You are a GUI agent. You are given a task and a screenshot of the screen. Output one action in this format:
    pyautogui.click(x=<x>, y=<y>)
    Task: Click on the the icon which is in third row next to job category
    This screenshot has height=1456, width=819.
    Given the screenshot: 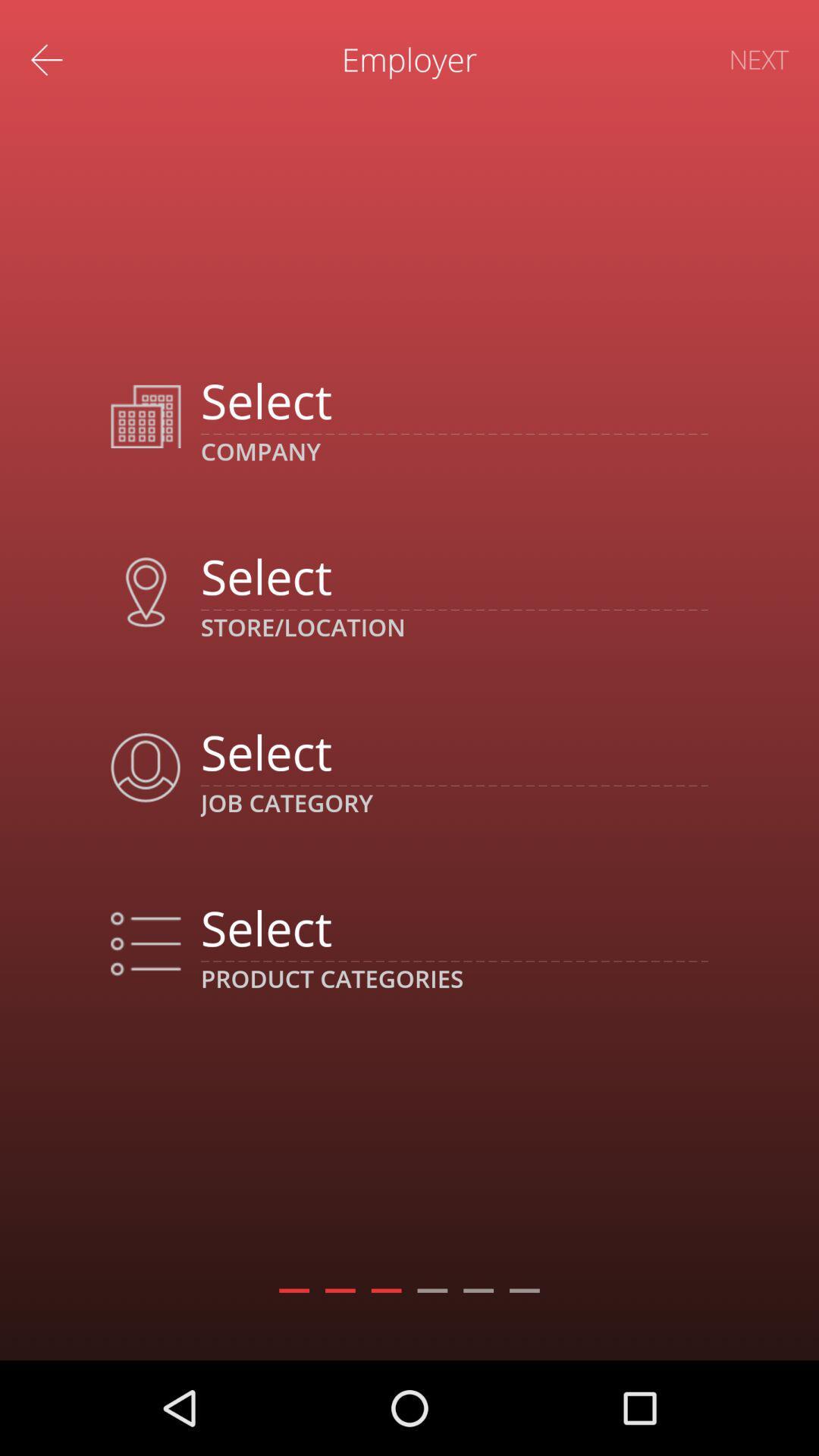 What is the action you would take?
    pyautogui.click(x=146, y=767)
    